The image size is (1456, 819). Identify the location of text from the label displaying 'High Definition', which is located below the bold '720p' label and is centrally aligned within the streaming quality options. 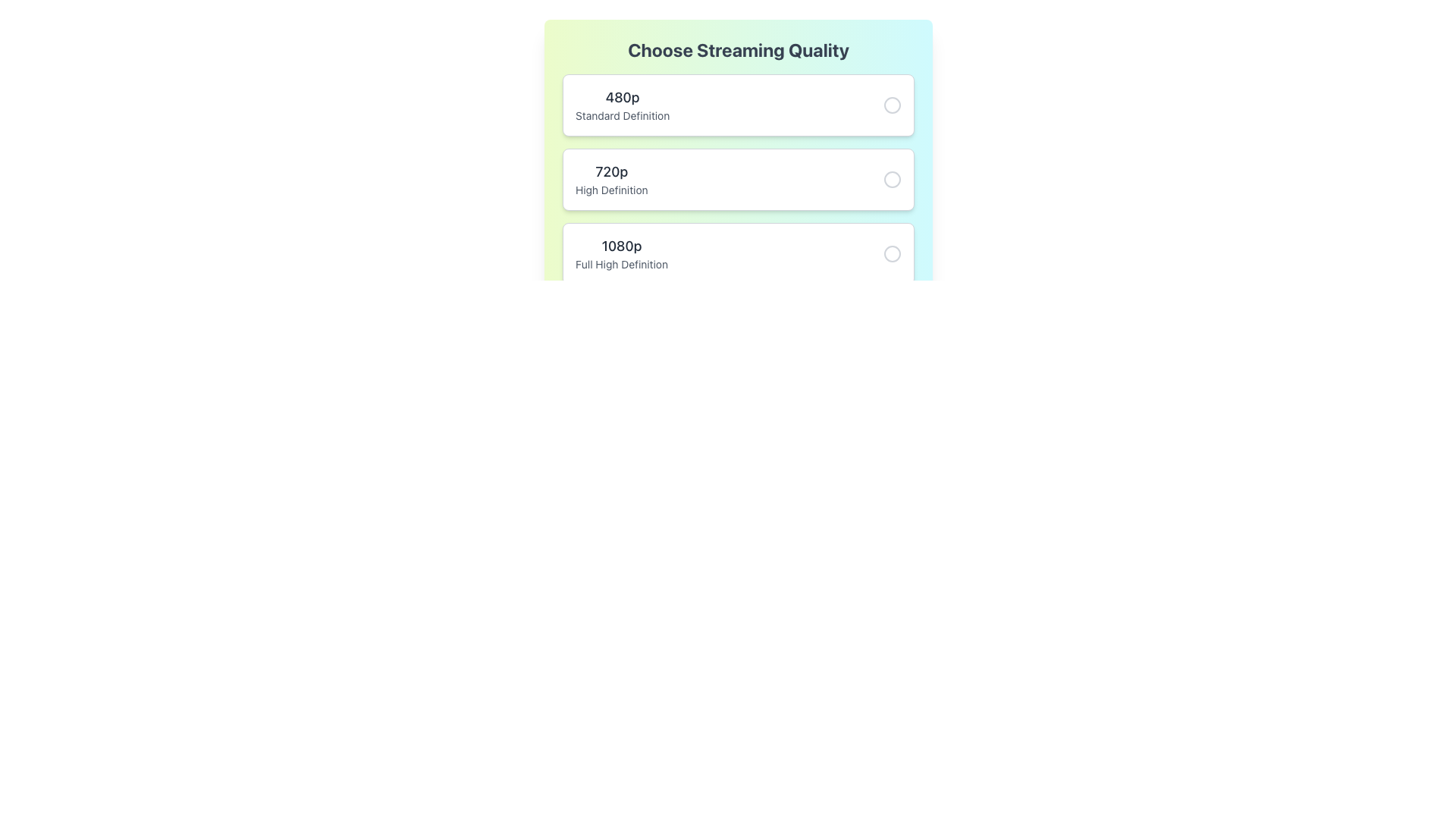
(611, 189).